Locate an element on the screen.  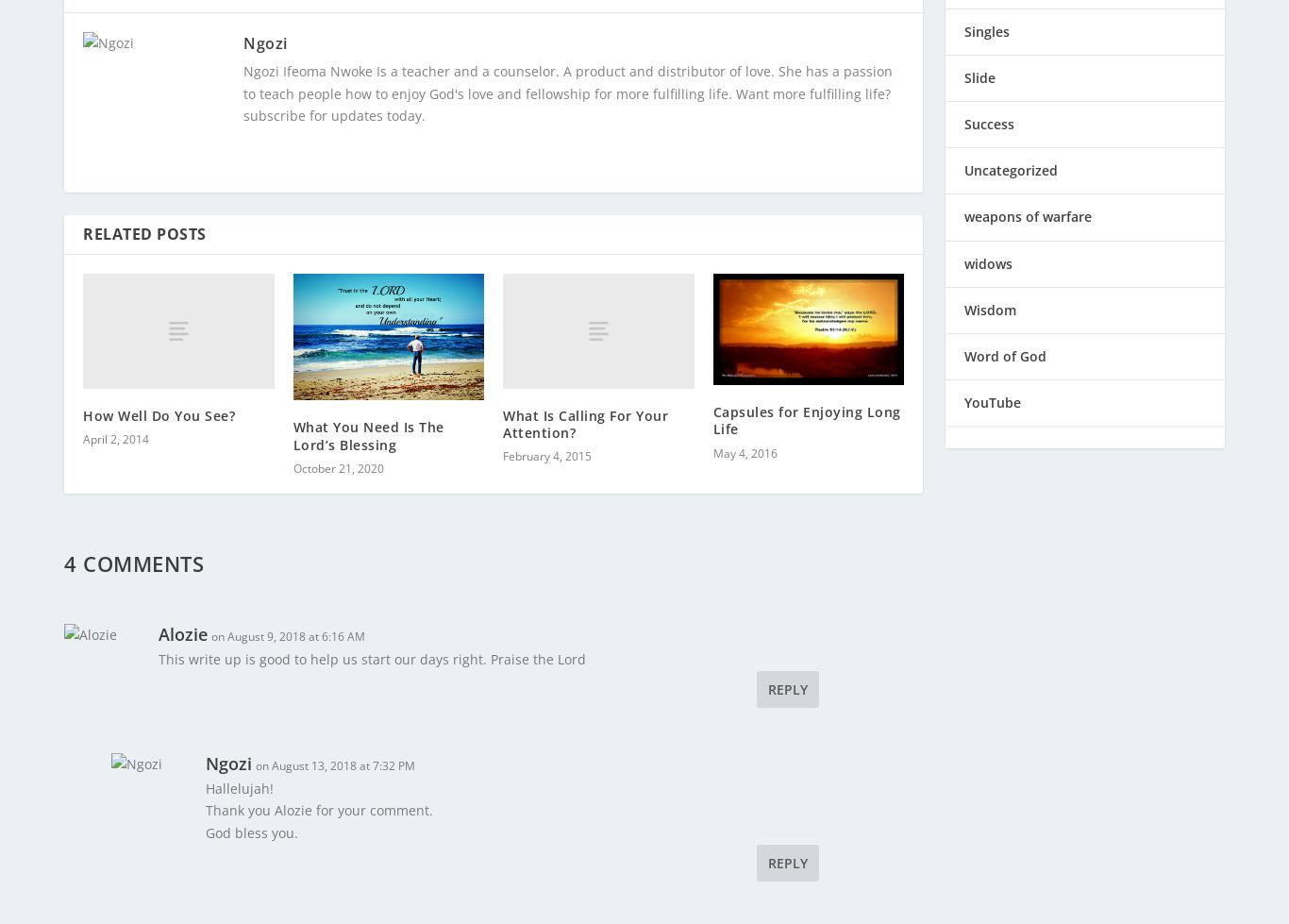
'Capsules for Enjoying Long Life' is located at coordinates (805, 408).